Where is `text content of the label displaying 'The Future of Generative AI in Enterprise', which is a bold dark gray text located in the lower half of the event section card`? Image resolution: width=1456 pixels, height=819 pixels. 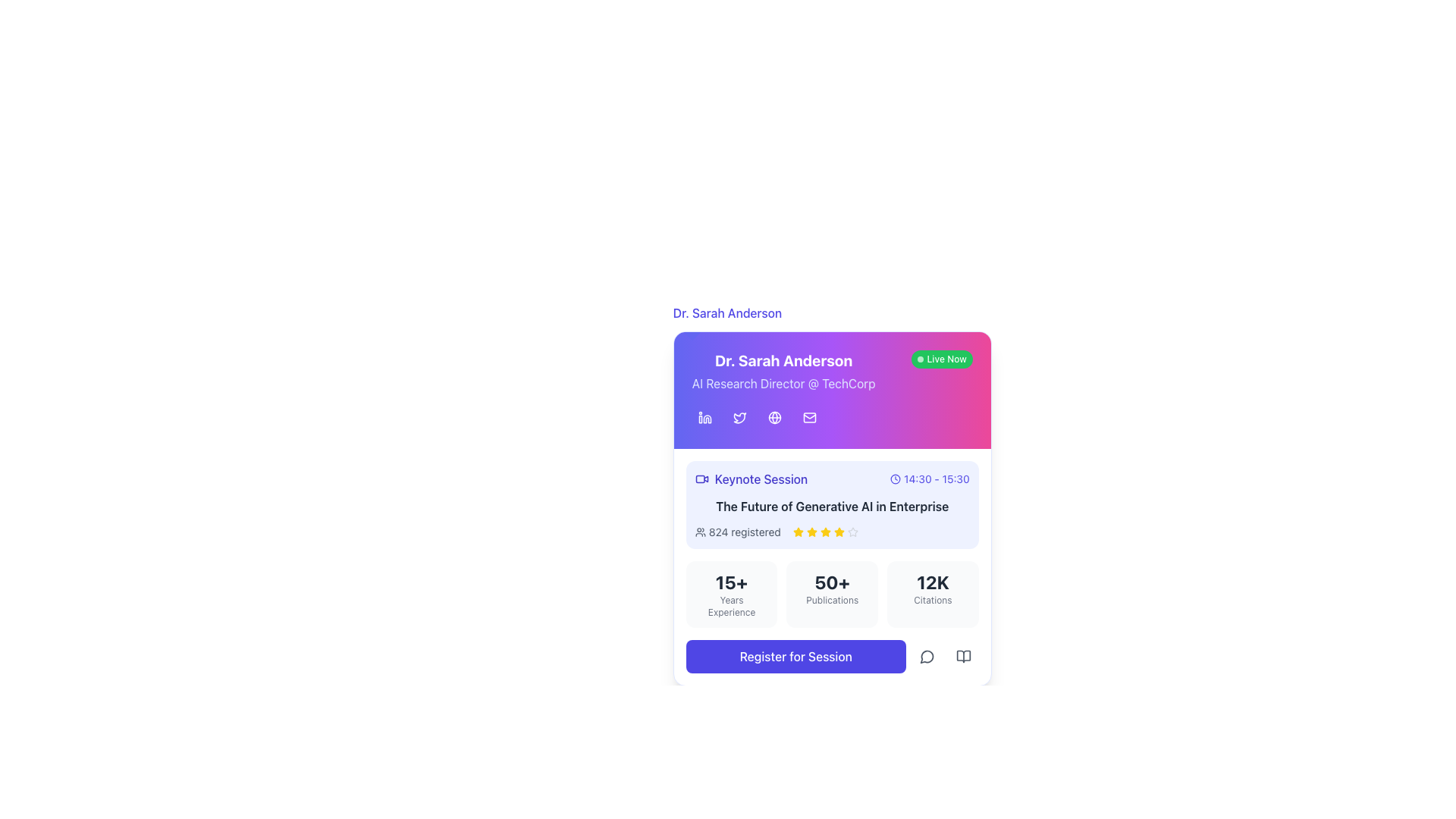 text content of the label displaying 'The Future of Generative AI in Enterprise', which is a bold dark gray text located in the lower half of the event section card is located at coordinates (831, 506).